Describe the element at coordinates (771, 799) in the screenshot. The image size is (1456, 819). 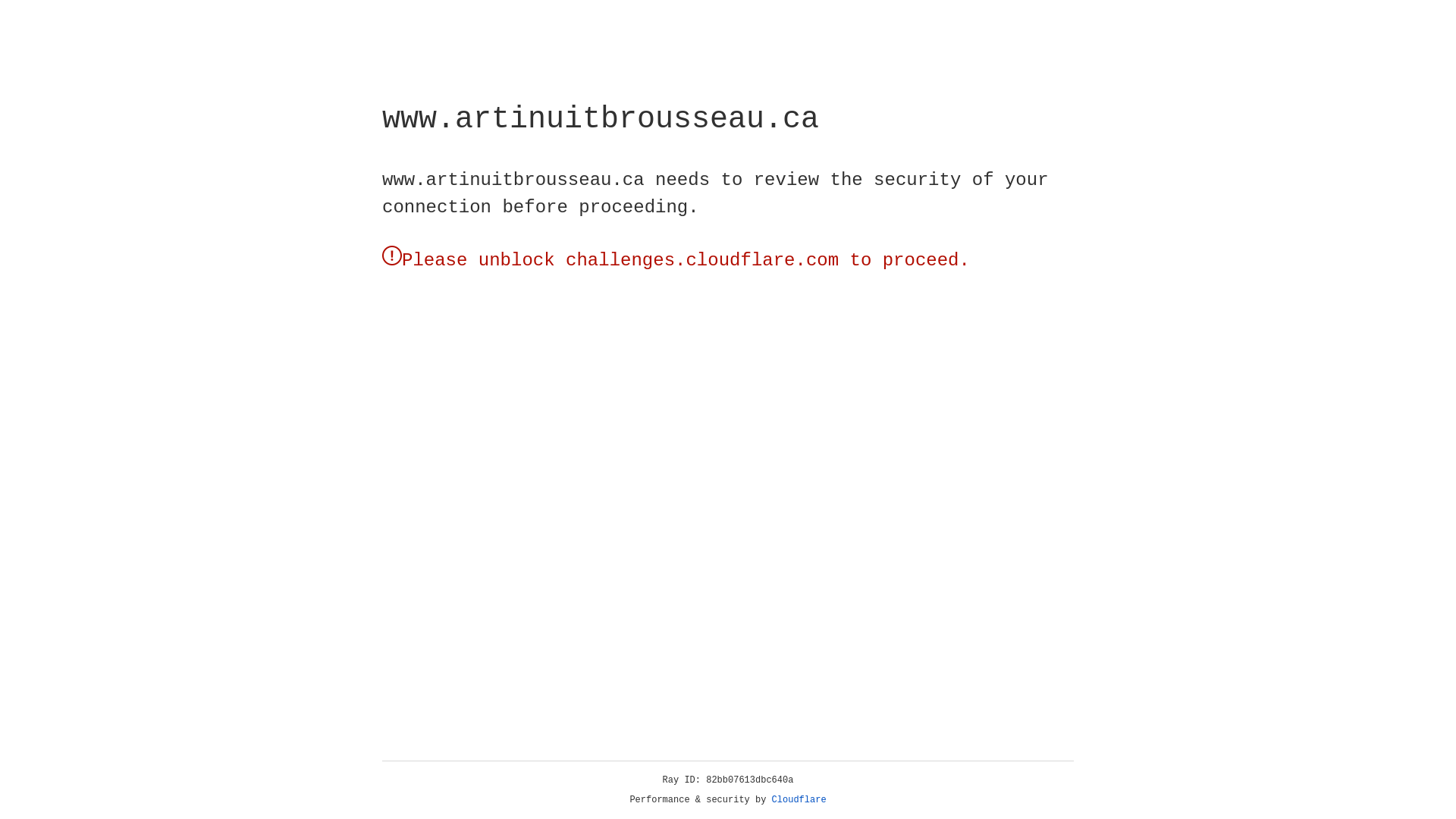
I see `'Cloudflare'` at that location.